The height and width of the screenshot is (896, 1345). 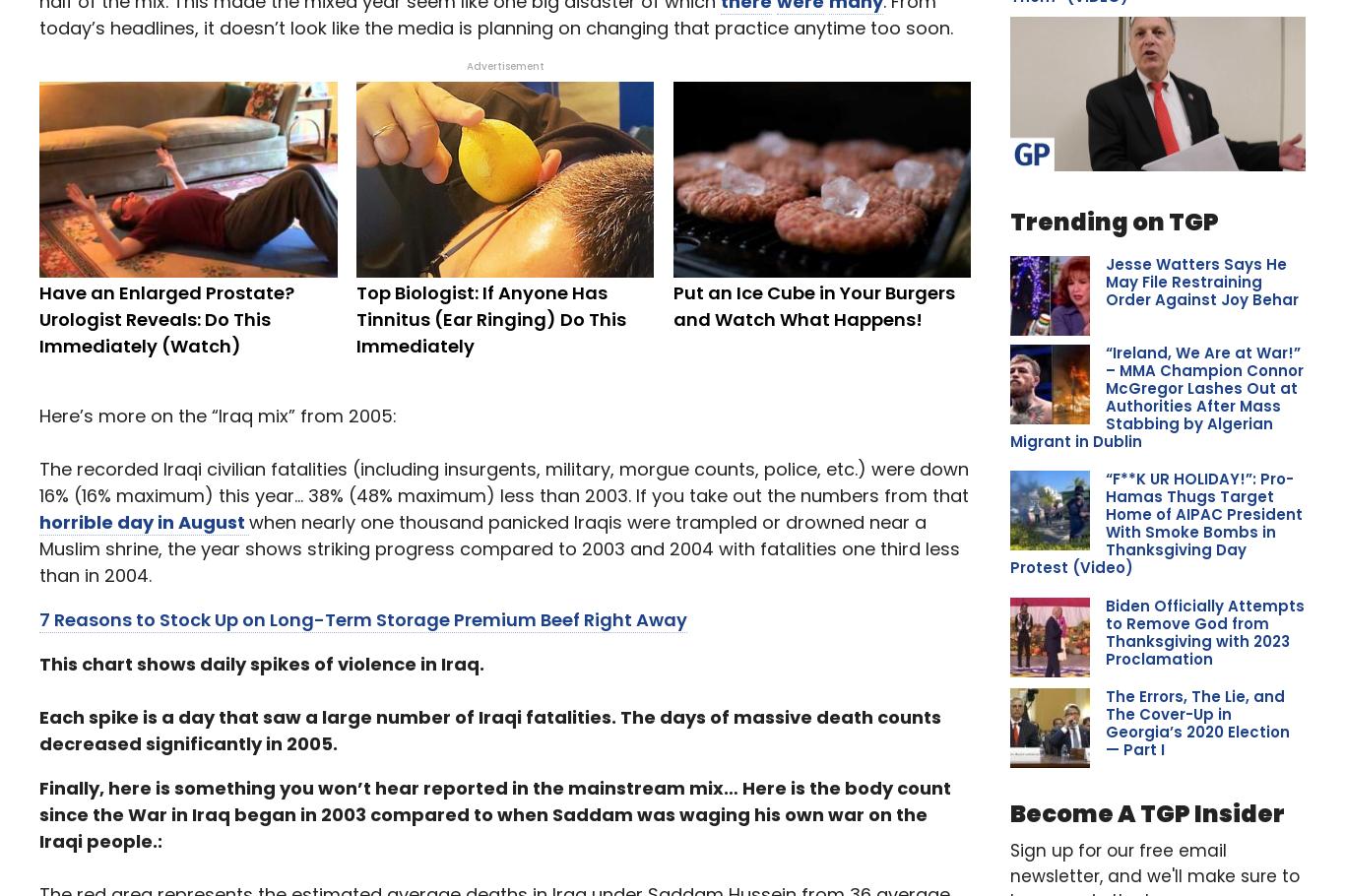 What do you see at coordinates (1190, 367) in the screenshot?
I see `'Hollywood Star Jamie Foxx Accused of Sexual Assault in Encounter Fr...'` at bounding box center [1190, 367].